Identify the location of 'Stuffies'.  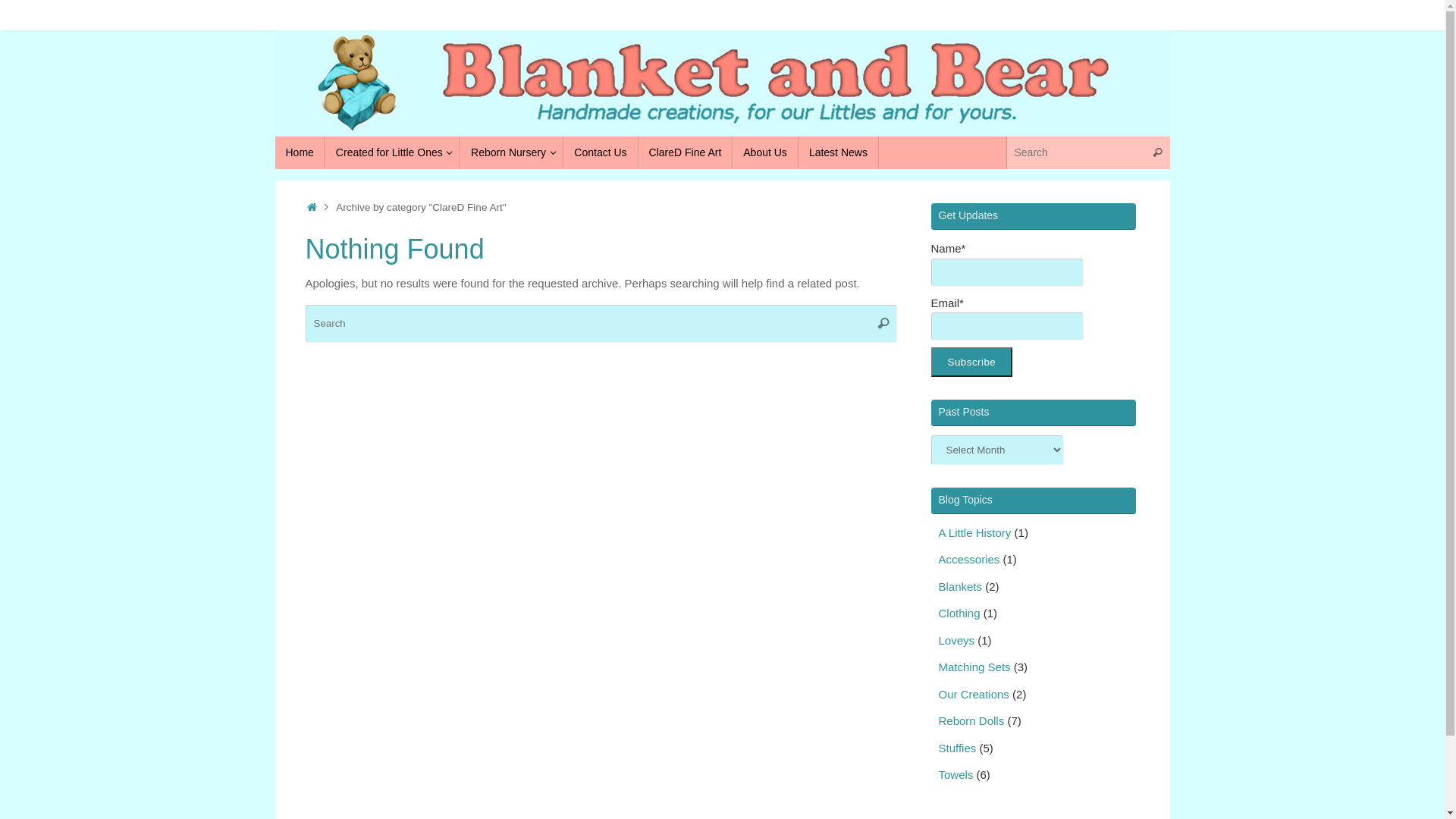
(956, 747).